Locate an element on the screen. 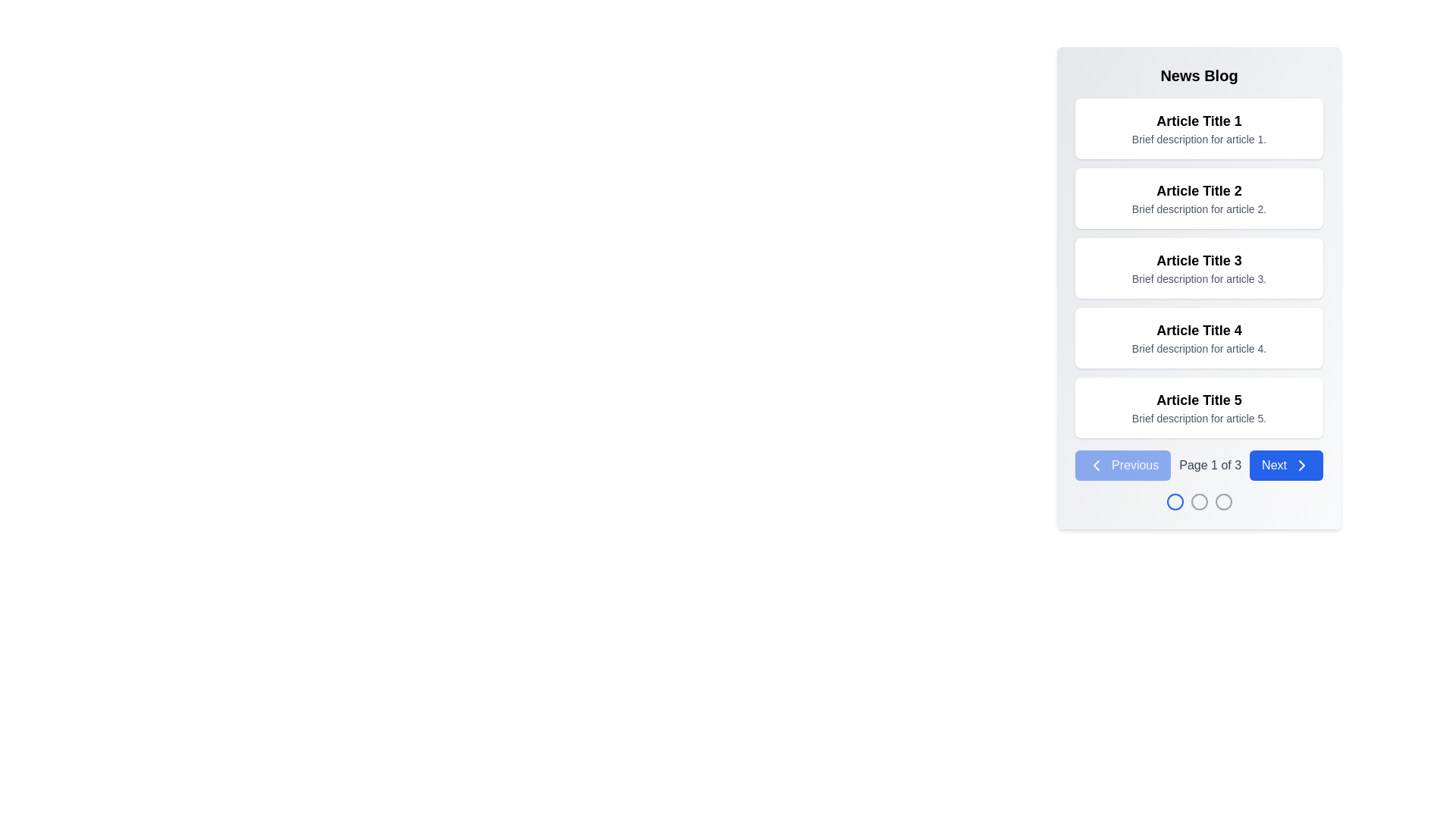 The height and width of the screenshot is (819, 1456). the second line of text providing additional details about 'Article Title 2', which is located in the card for that article is located at coordinates (1198, 209).